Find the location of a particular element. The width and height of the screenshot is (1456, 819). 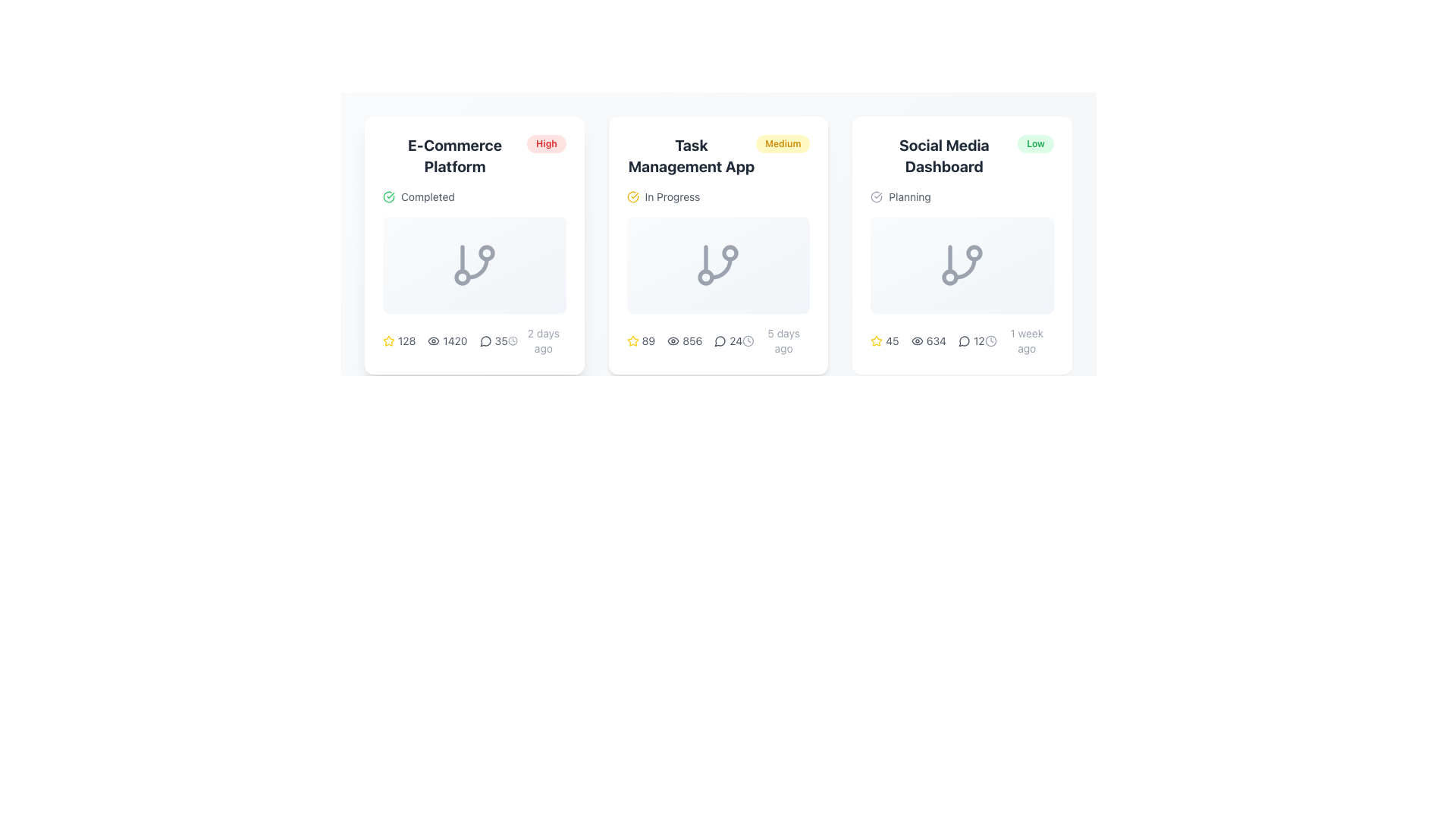

text '856' that is displayed with an eye icon in gray color, located as the second element in a horizontal row of numerical indicators under the 'Task Management App' card is located at coordinates (683, 341).